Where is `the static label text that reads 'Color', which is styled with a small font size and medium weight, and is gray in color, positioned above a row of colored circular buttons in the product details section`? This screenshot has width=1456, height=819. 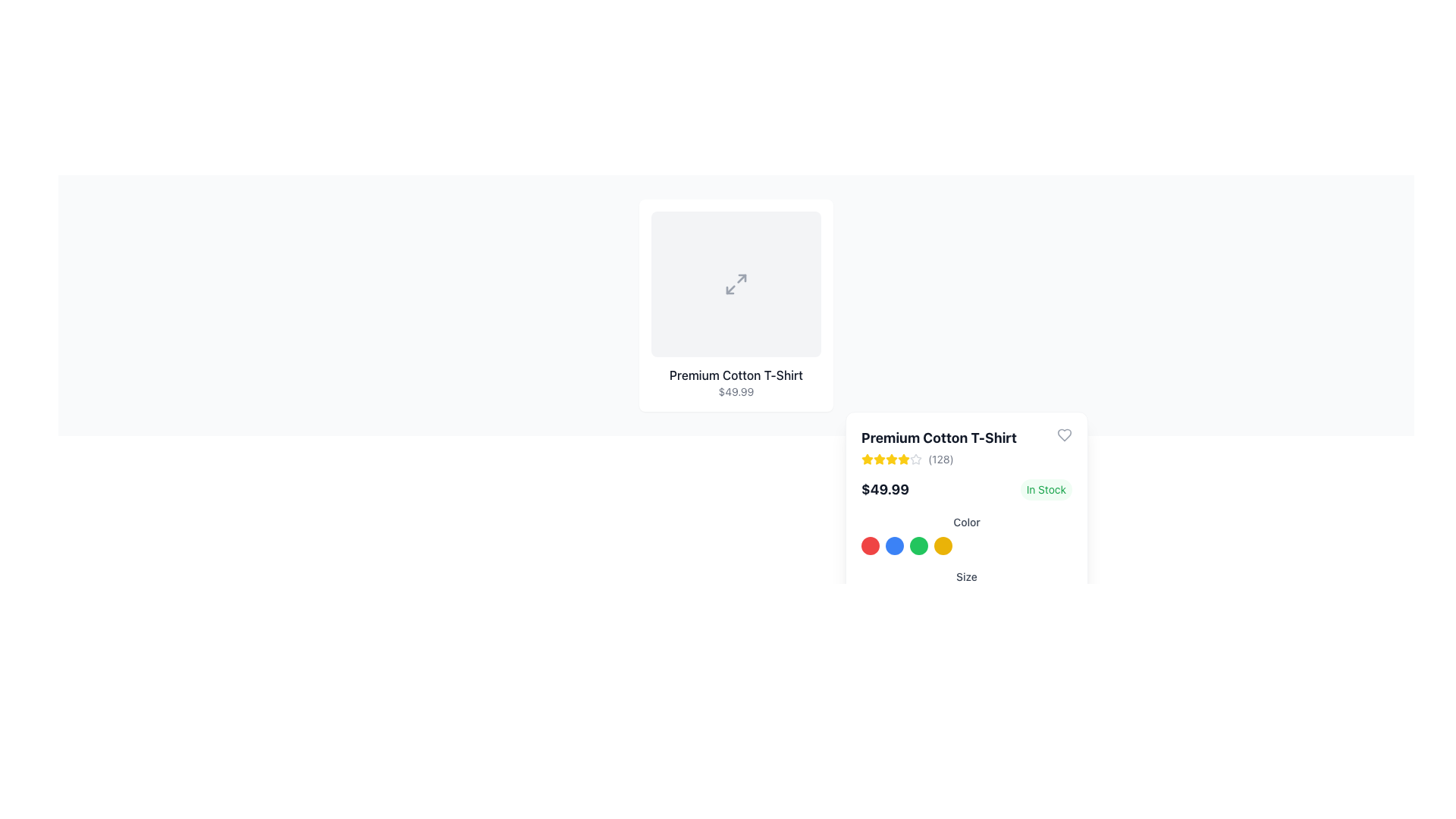
the static label text that reads 'Color', which is styled with a small font size and medium weight, and is gray in color, positioned above a row of colored circular buttons in the product details section is located at coordinates (966, 521).